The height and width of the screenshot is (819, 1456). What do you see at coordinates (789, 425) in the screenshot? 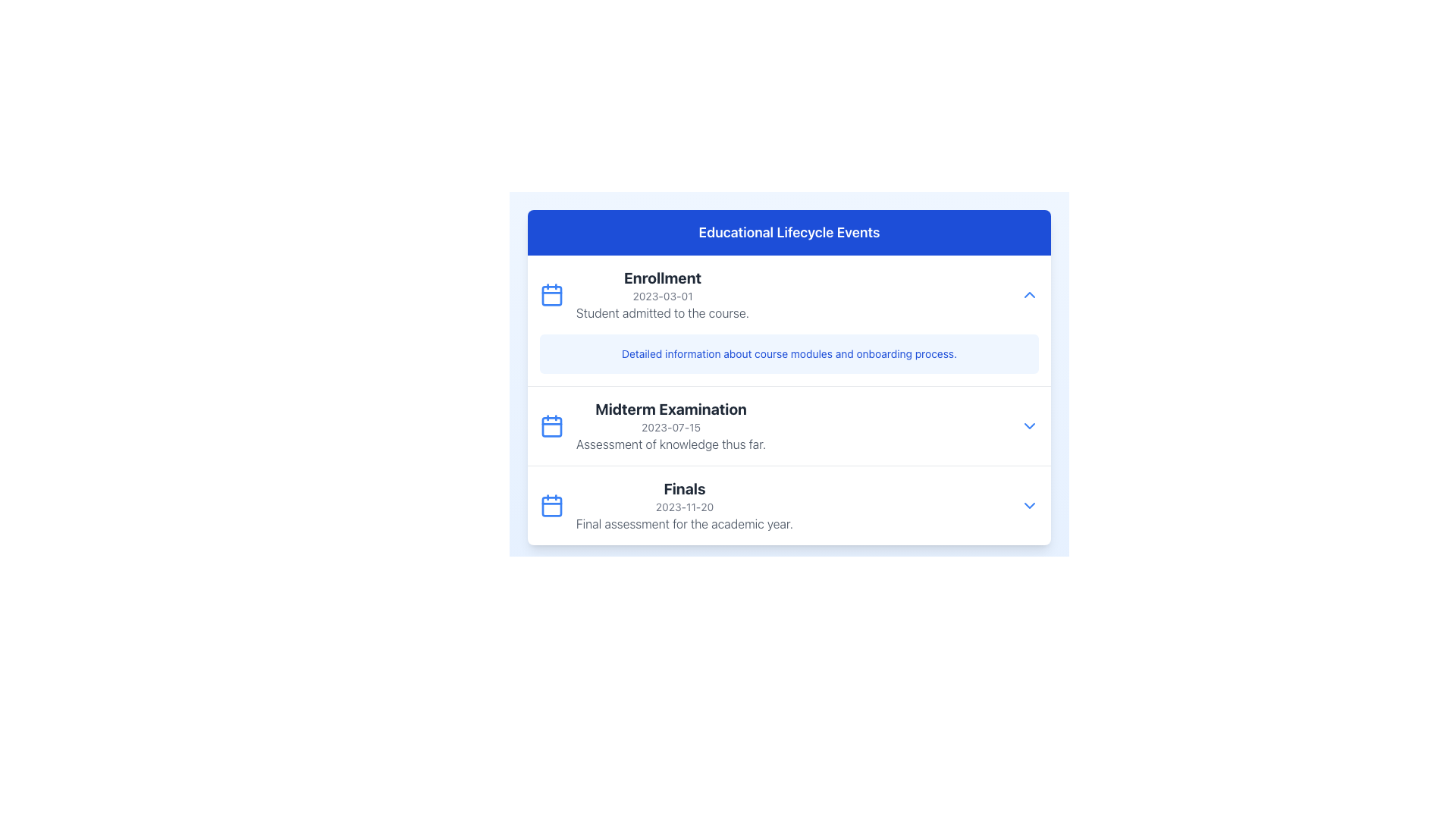
I see `the Information Section of the Educational Lifecycle Events list` at bounding box center [789, 425].